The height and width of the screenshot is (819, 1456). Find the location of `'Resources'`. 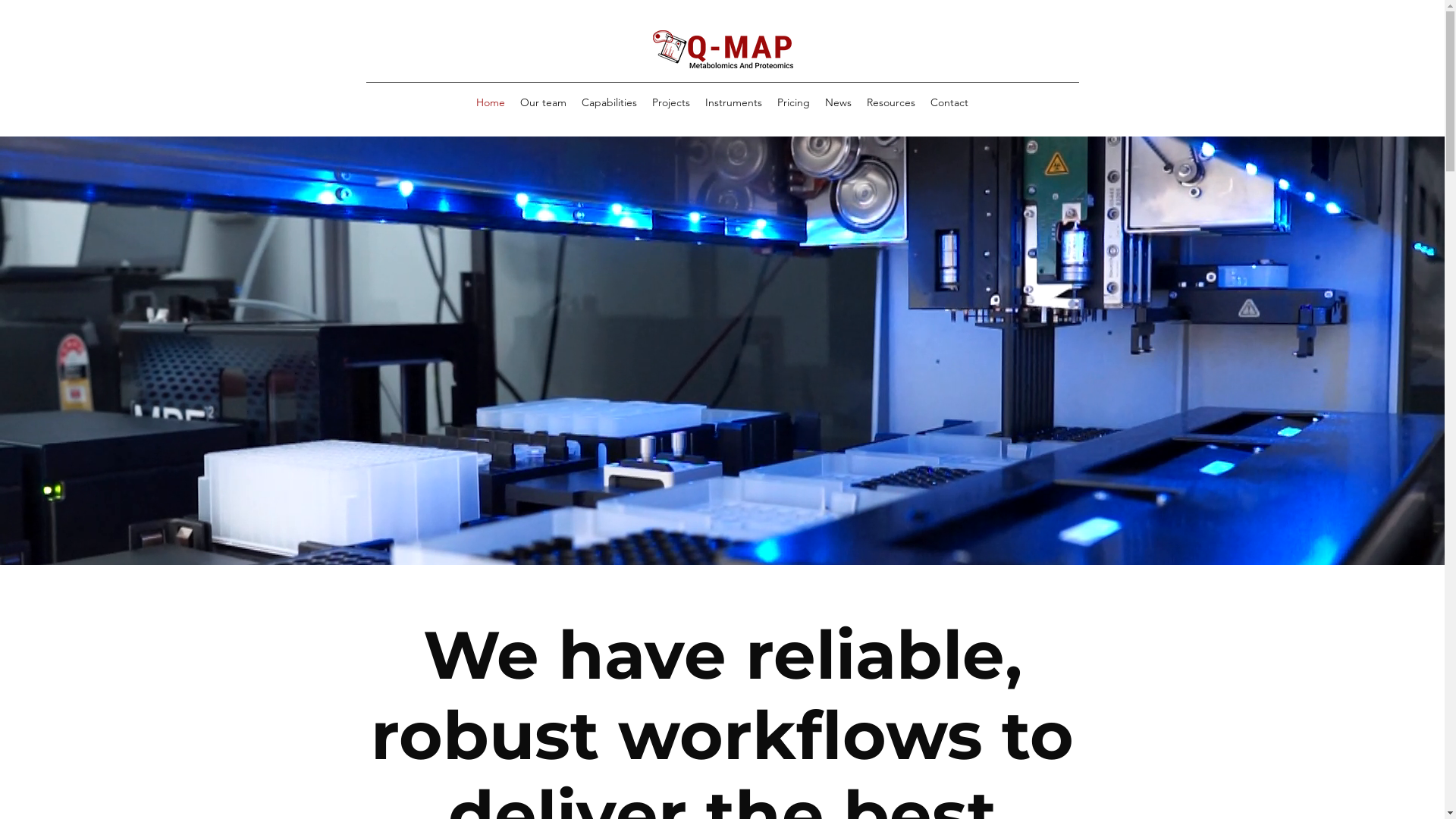

'Resources' is located at coordinates (891, 102).